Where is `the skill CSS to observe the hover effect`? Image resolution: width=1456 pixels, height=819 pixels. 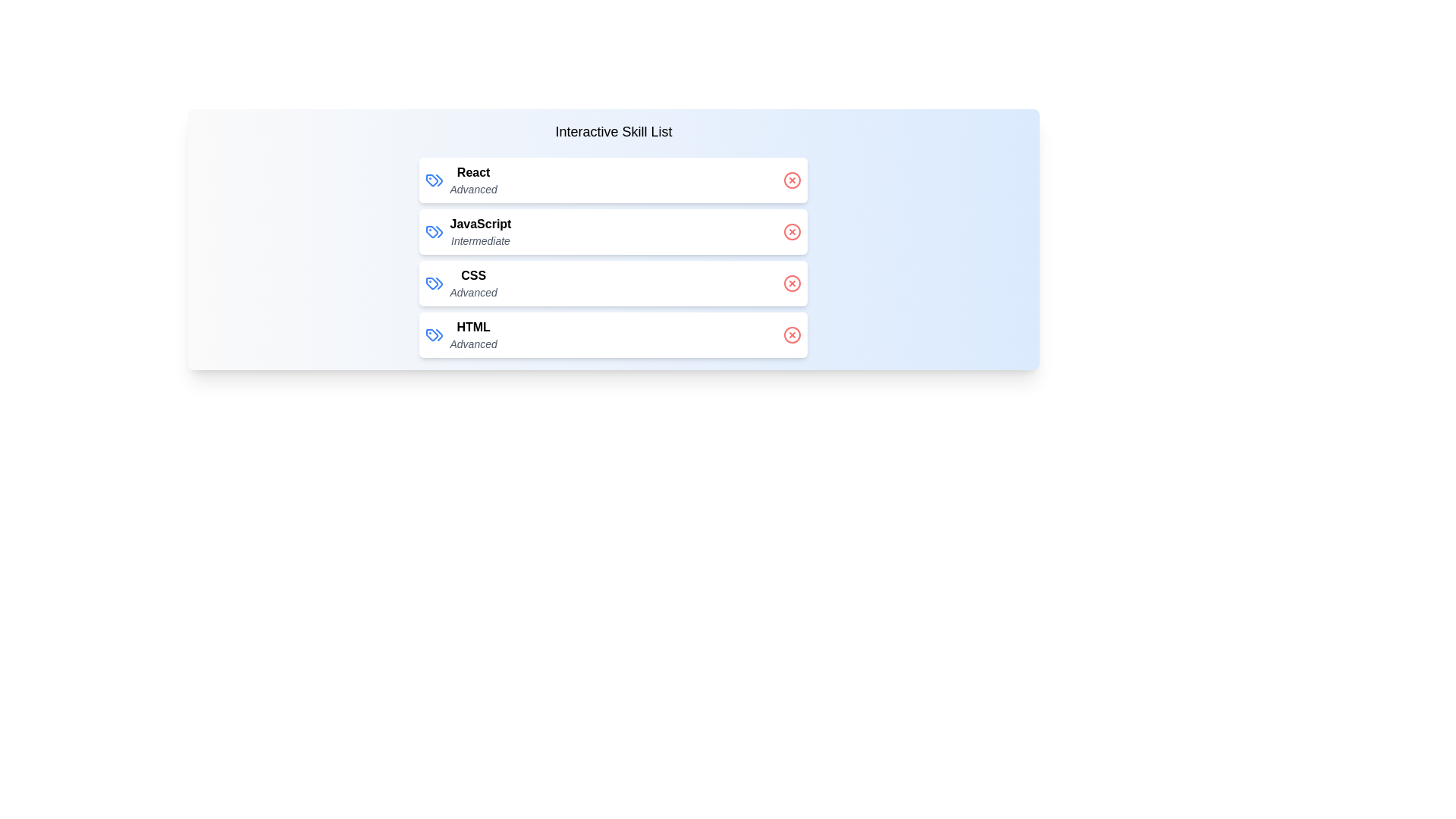 the skill CSS to observe the hover effect is located at coordinates (613, 284).